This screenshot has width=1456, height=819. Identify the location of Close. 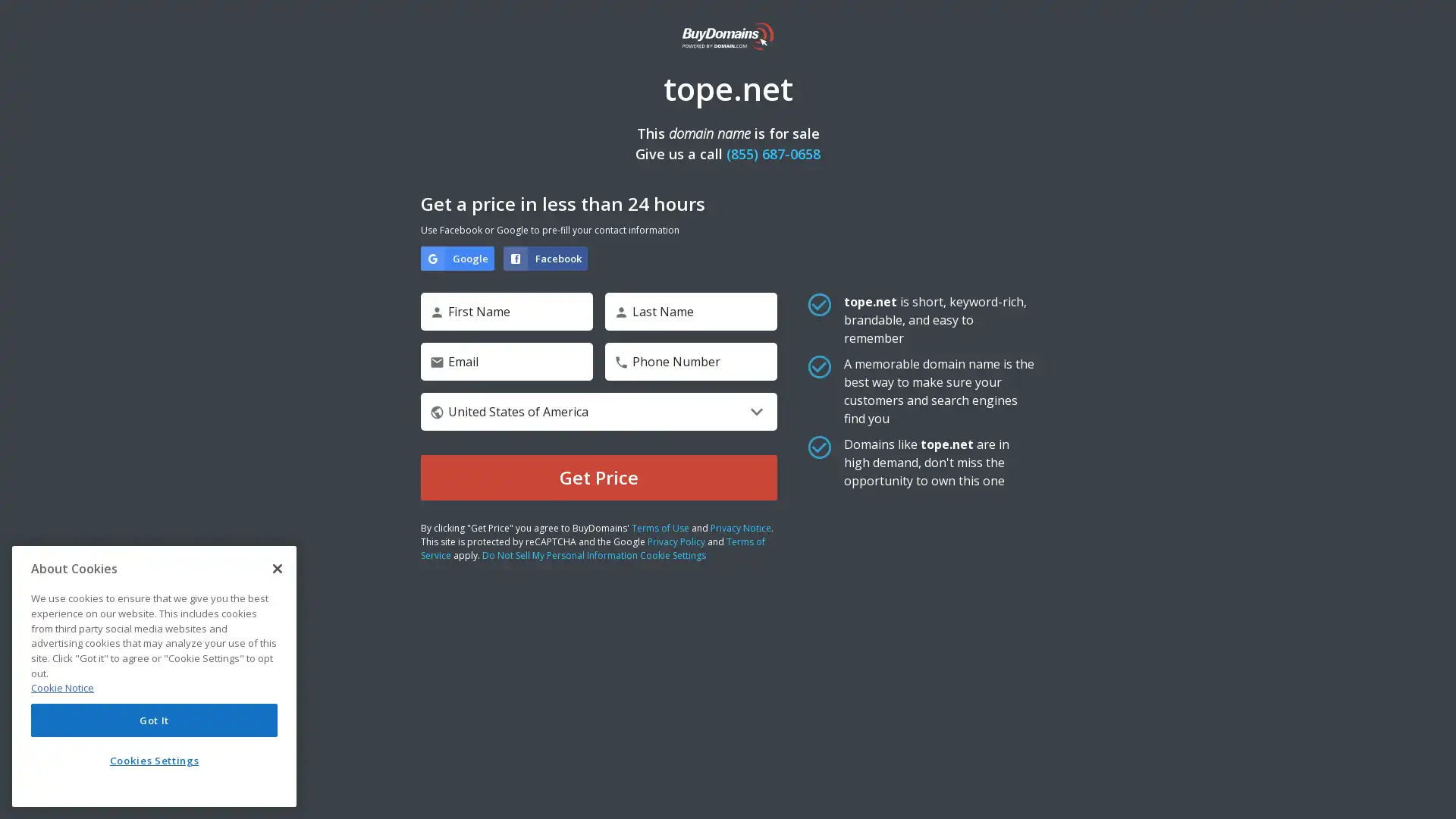
(277, 568).